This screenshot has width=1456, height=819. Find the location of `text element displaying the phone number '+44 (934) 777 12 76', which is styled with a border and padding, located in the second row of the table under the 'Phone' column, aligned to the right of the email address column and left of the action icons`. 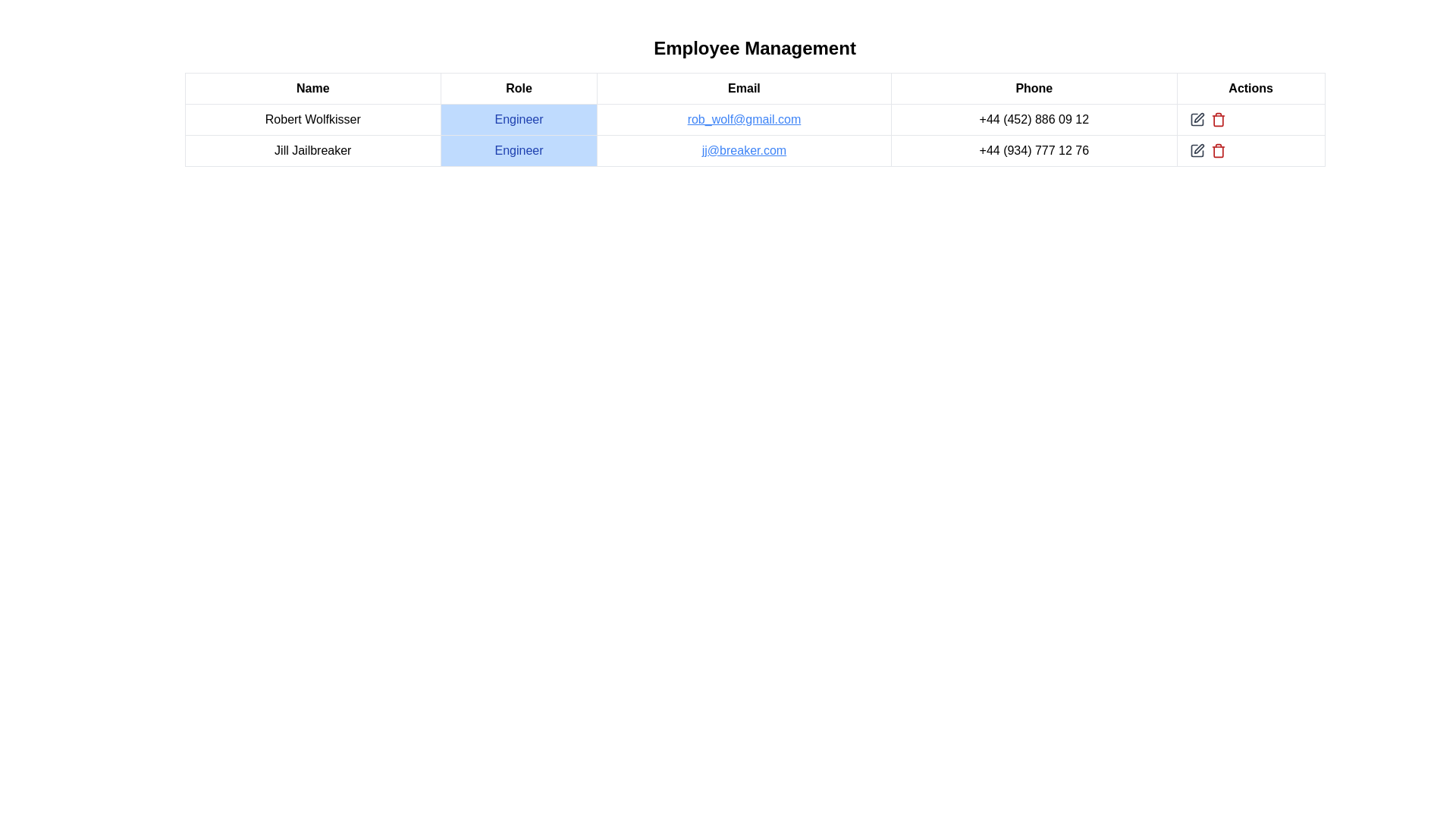

text element displaying the phone number '+44 (934) 777 12 76', which is styled with a border and padding, located in the second row of the table under the 'Phone' column, aligned to the right of the email address column and left of the action icons is located at coordinates (1033, 151).